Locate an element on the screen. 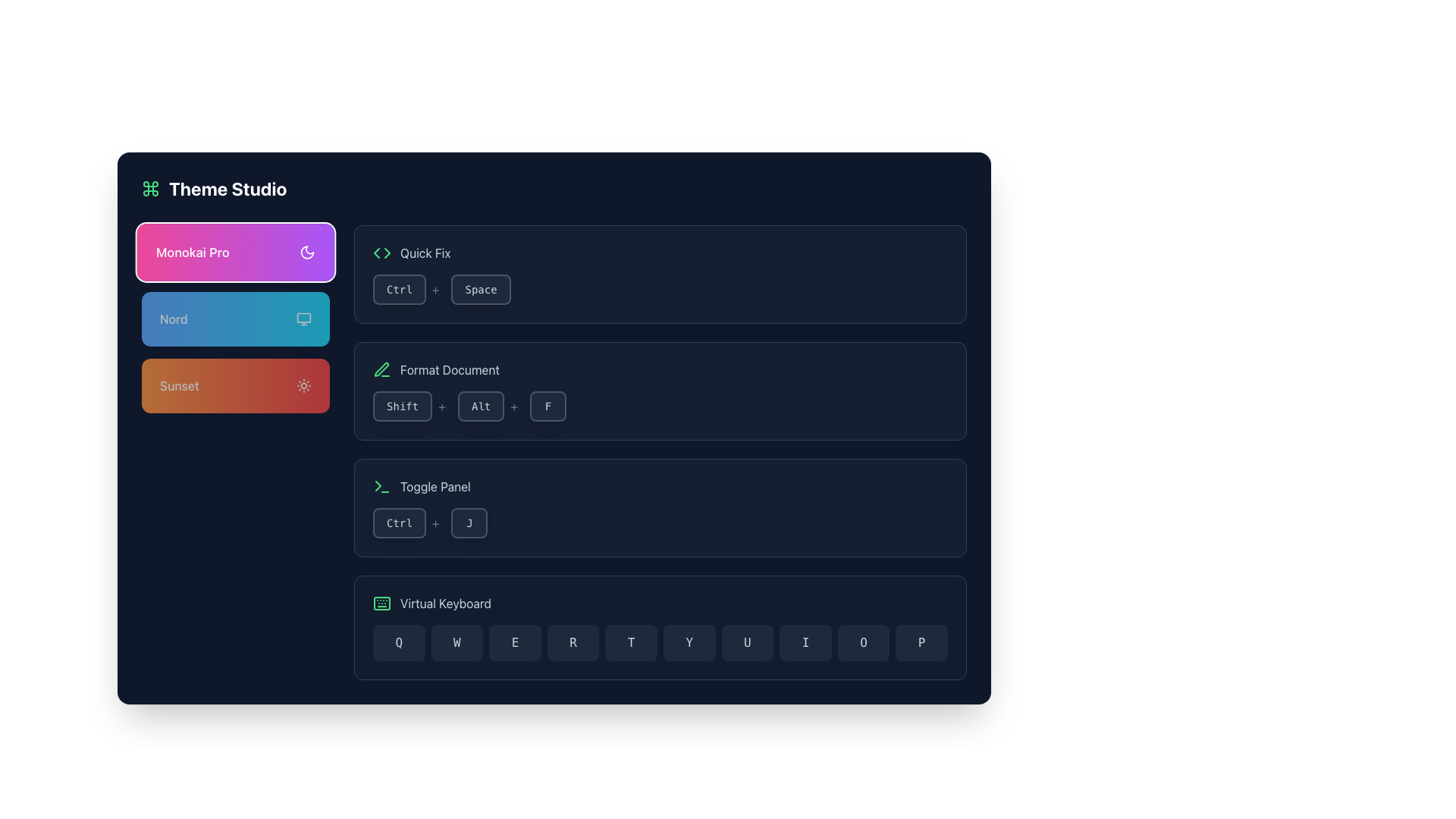 Image resolution: width=1456 pixels, height=819 pixels. text label indicating the functionality of formatting a document, located in the top-central part of the panel, right of the green pencil icon is located at coordinates (449, 370).